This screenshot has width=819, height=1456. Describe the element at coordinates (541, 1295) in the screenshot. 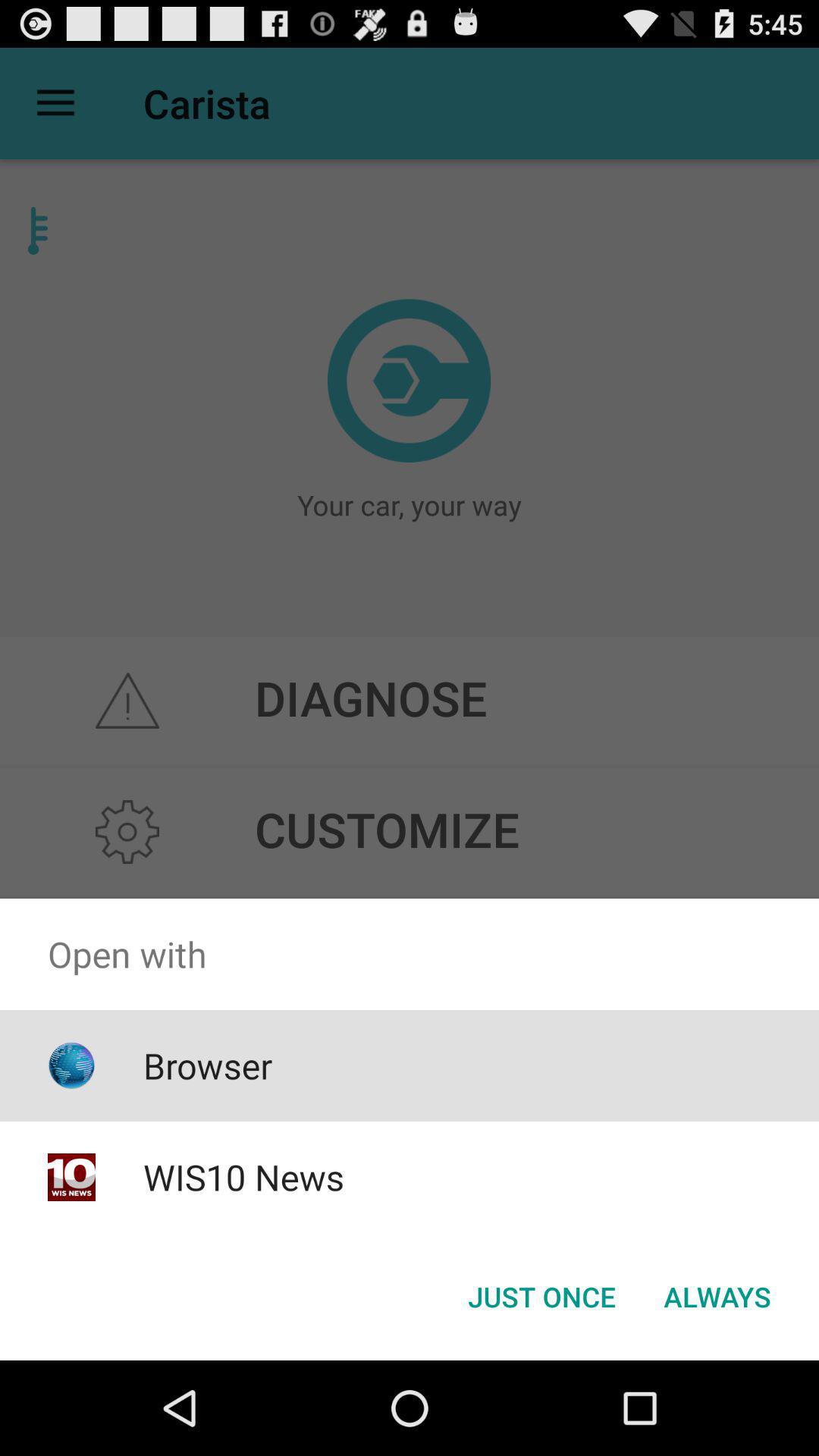

I see `button next to the always button` at that location.